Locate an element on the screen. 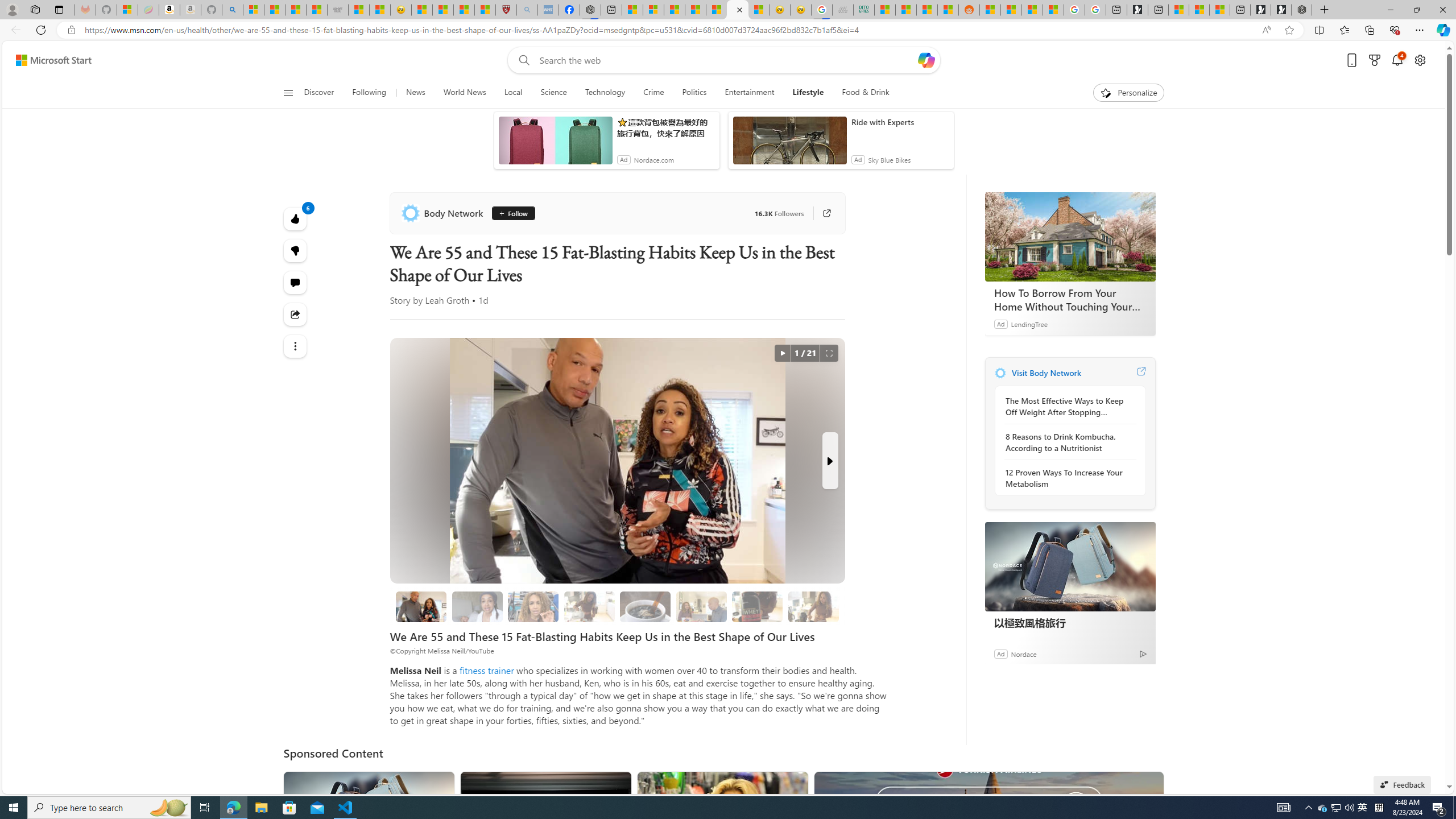  '8 Be Mindful of Coffee' is located at coordinates (644, 606).